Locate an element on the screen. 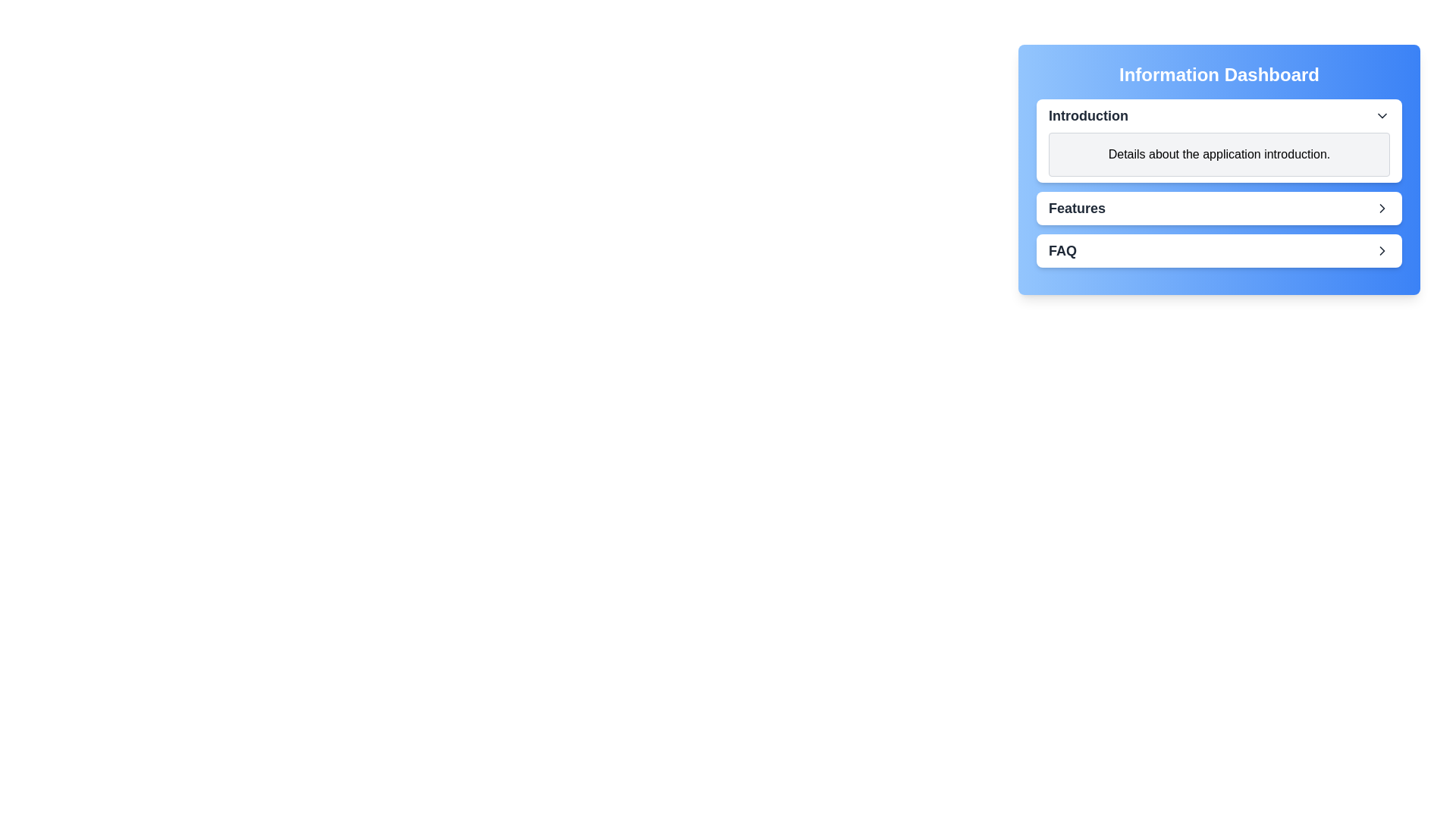 This screenshot has height=819, width=1456. the Static Text Content element located under the 'Introduction' title and above the 'Features' section within the blue and white themed card module is located at coordinates (1219, 183).